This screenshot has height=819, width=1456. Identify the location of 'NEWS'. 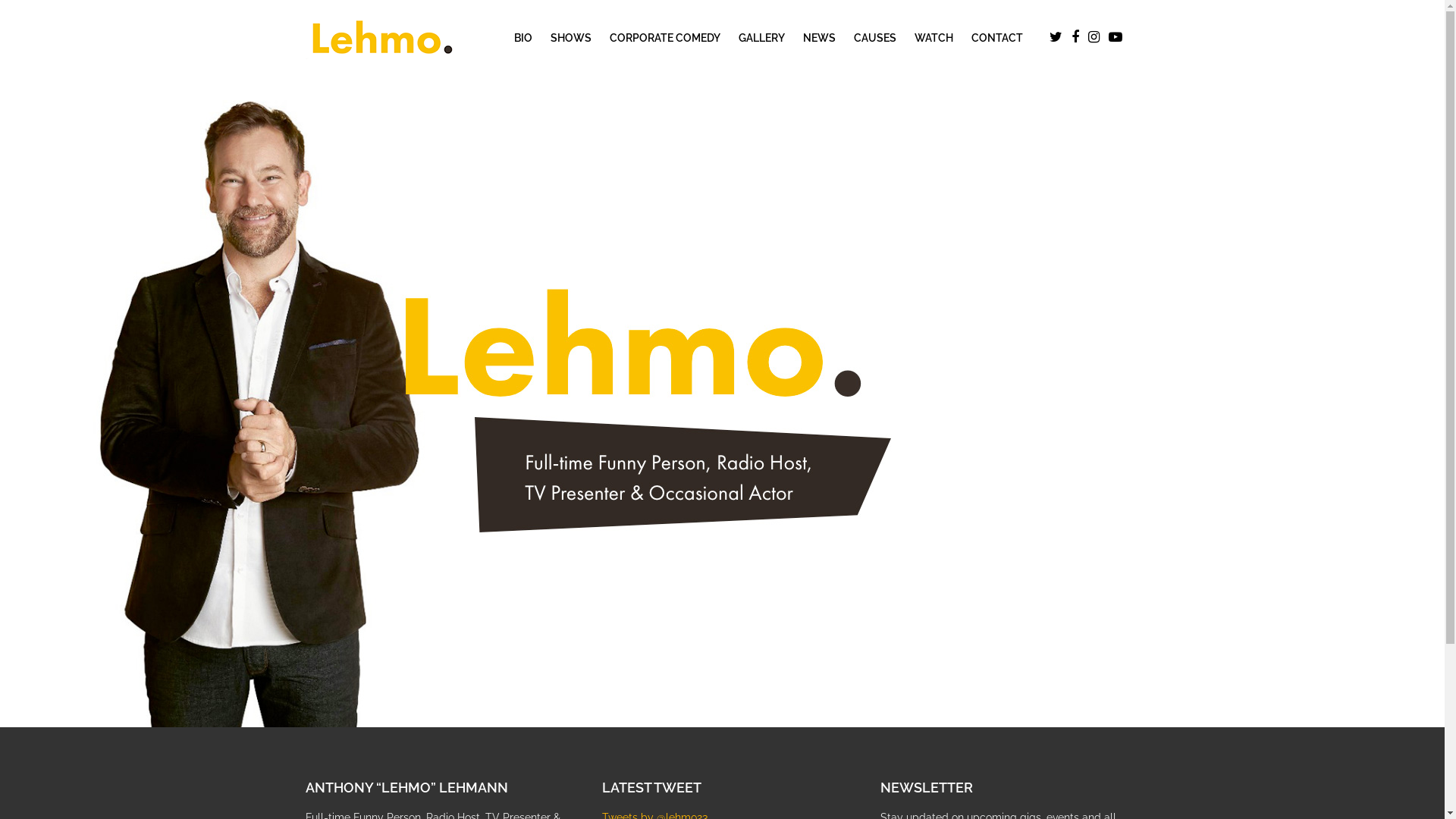
(817, 37).